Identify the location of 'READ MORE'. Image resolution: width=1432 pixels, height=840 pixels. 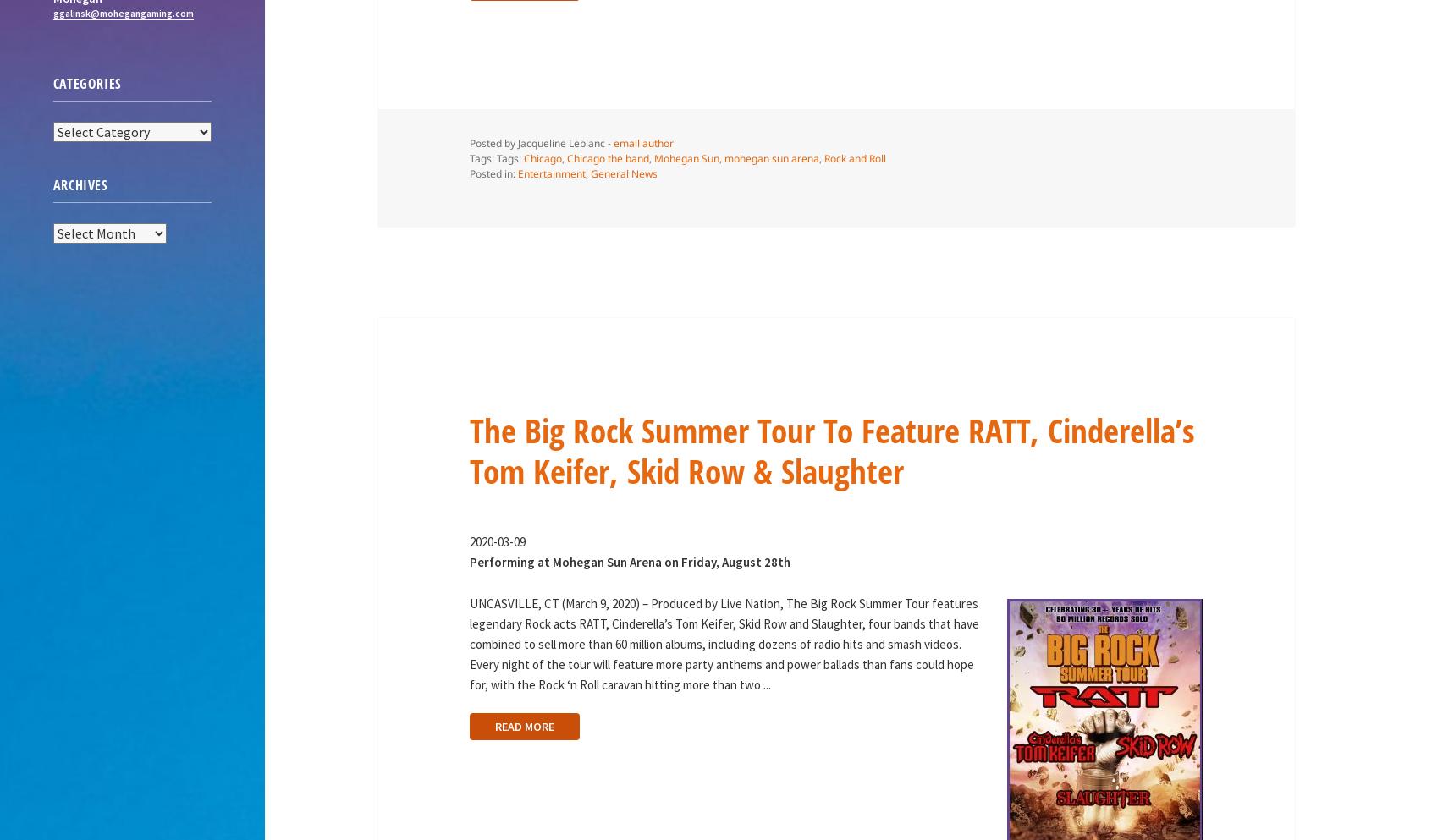
(493, 726).